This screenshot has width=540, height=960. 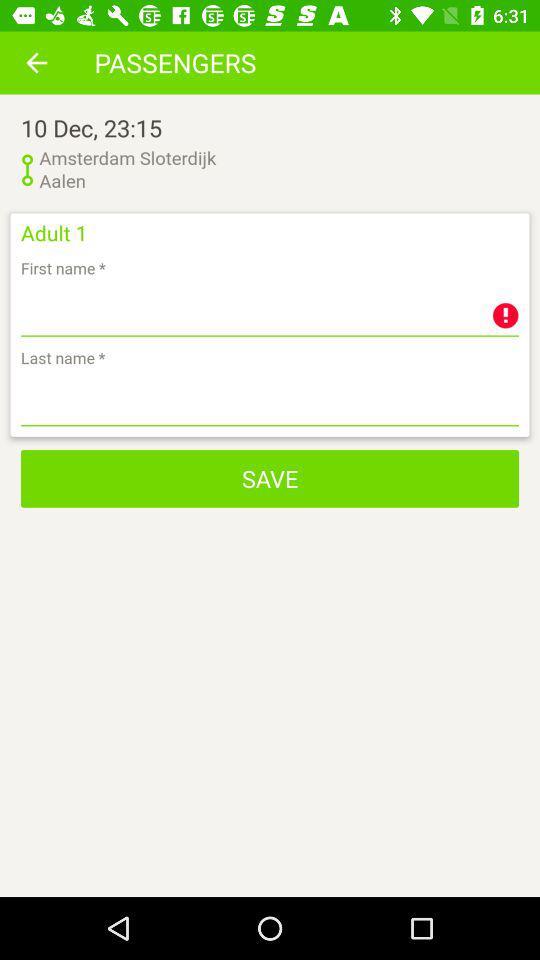 I want to click on last name, so click(x=270, y=399).